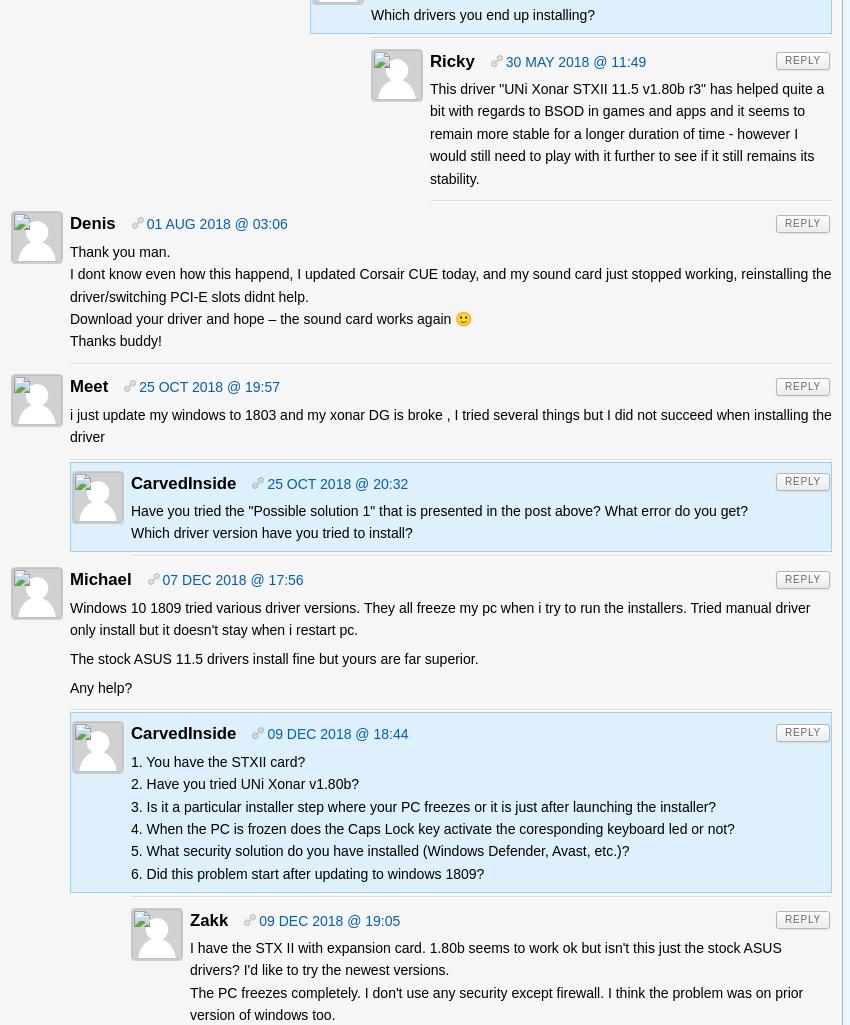 Image resolution: width=850 pixels, height=1025 pixels. I want to click on '09 Dec 2018 @ 19:05', so click(257, 919).